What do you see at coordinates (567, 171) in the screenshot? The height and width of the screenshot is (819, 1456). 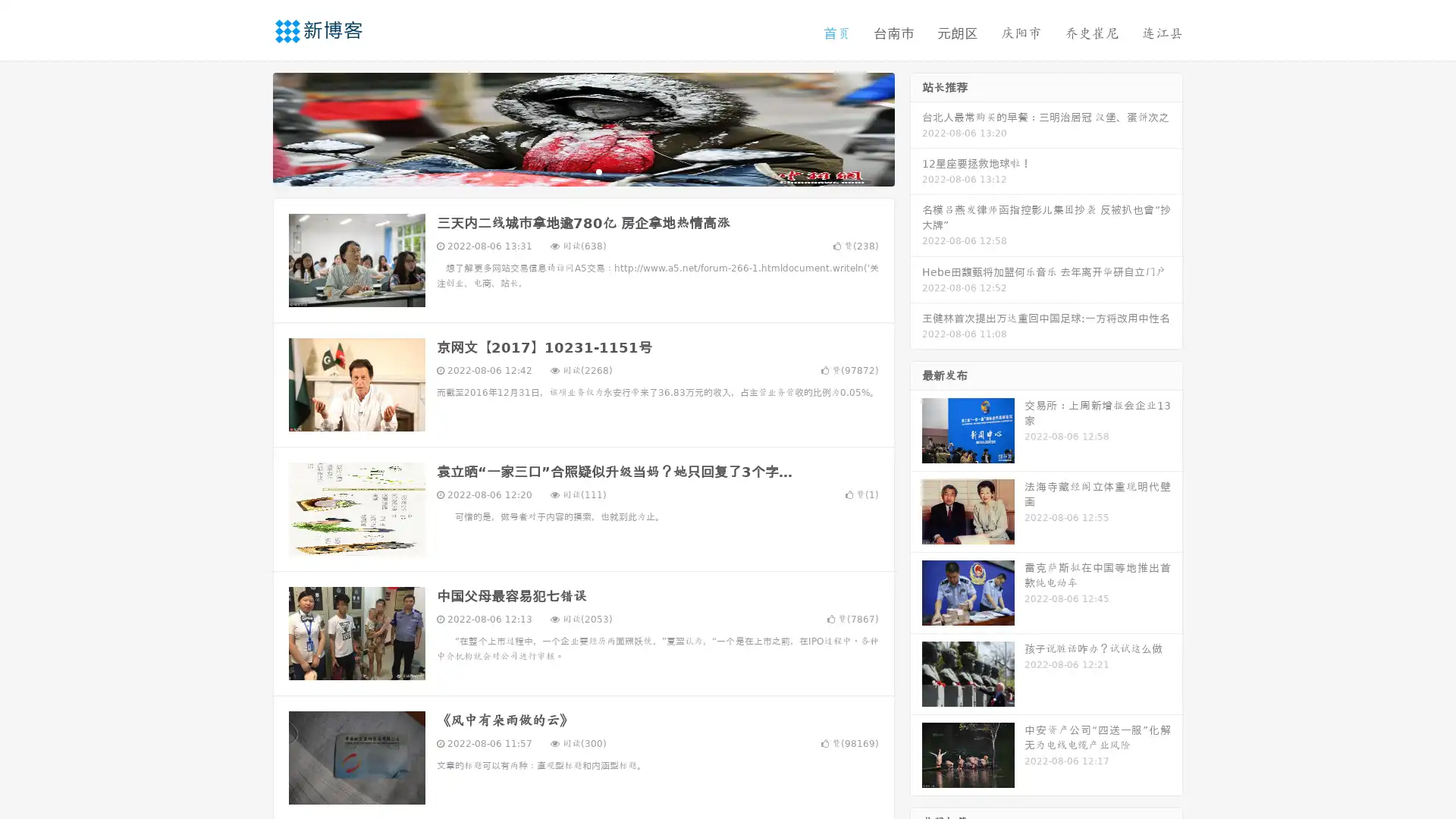 I see `Go to slide 1` at bounding box center [567, 171].